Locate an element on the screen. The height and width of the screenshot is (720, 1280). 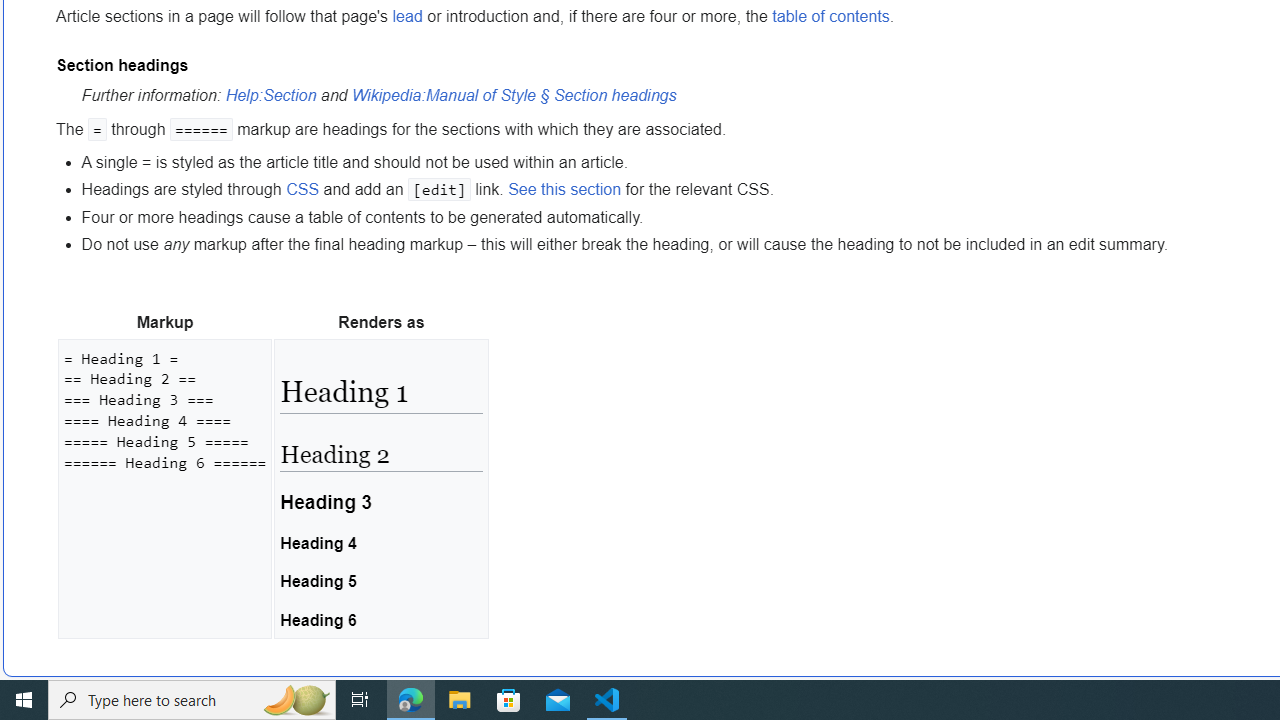
'Markup' is located at coordinates (165, 321).